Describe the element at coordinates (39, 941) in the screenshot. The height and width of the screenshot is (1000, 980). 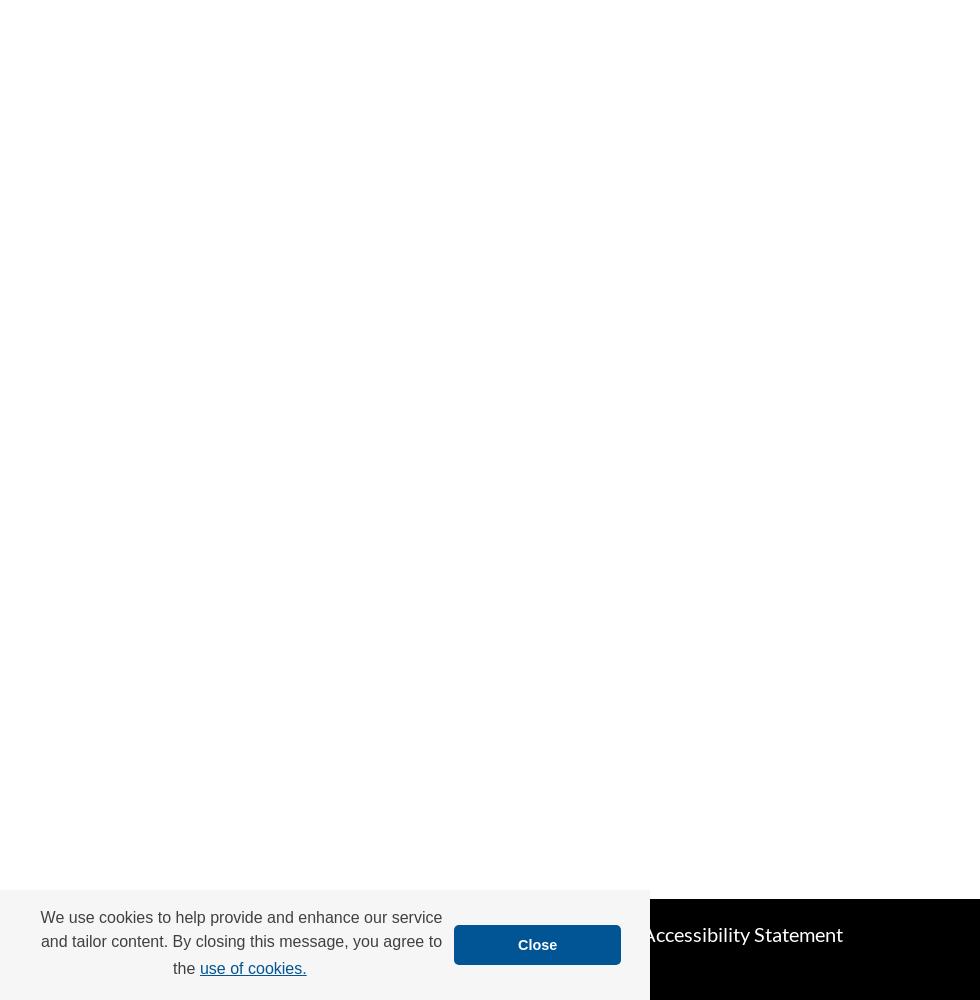
I see `'We use cookies to help provide and enhance our service and tailor content. By closing this message, you agree to the'` at that location.